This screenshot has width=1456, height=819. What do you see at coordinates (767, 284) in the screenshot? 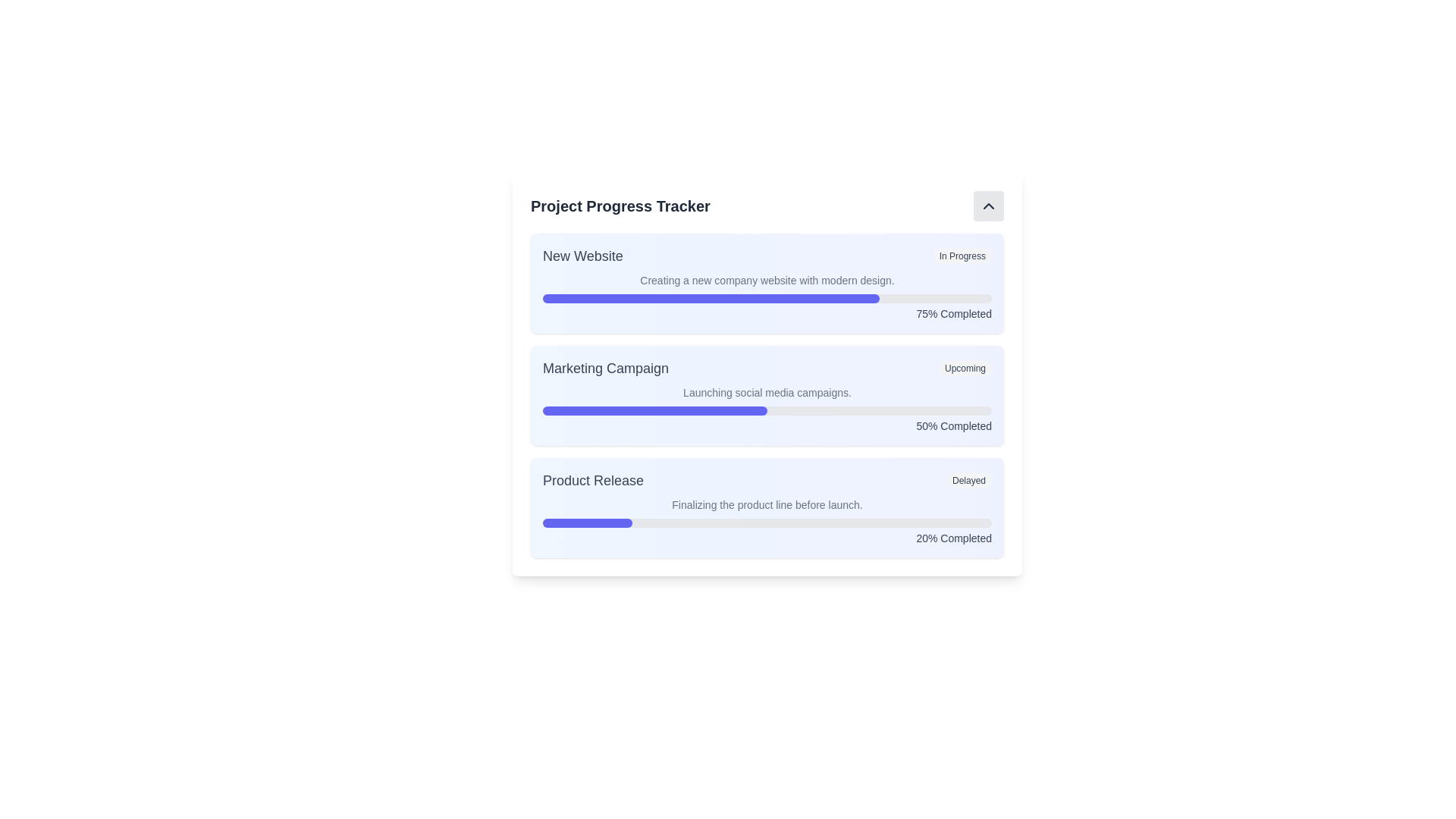
I see `text details from the Progress card titled 'New Website' with the status 'In Progress' and progress information '75% Completed'` at bounding box center [767, 284].